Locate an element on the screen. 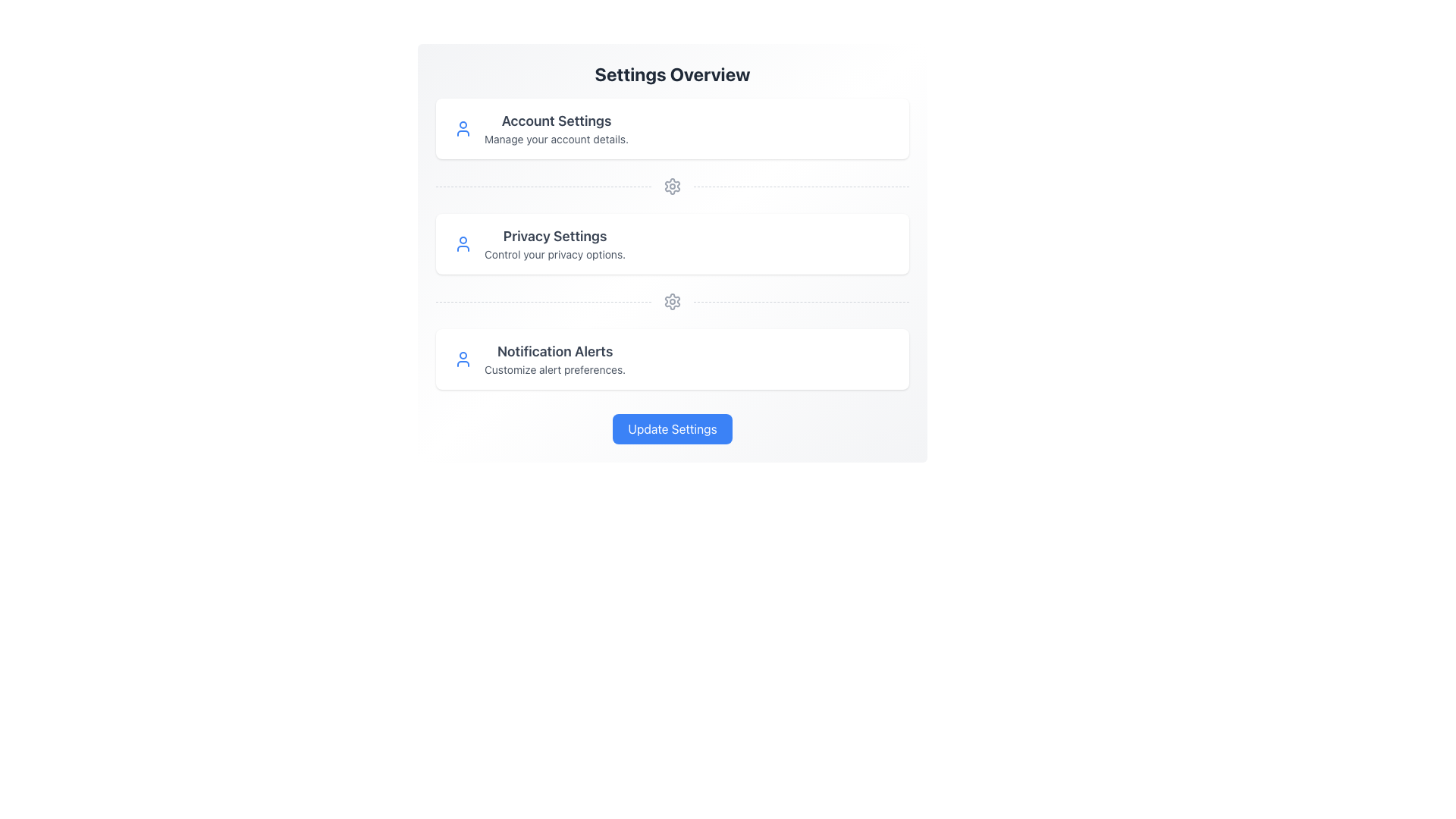 Image resolution: width=1456 pixels, height=819 pixels. the 'Account Settings' header text label, which serves as a title guiding users to the details below is located at coordinates (556, 120).